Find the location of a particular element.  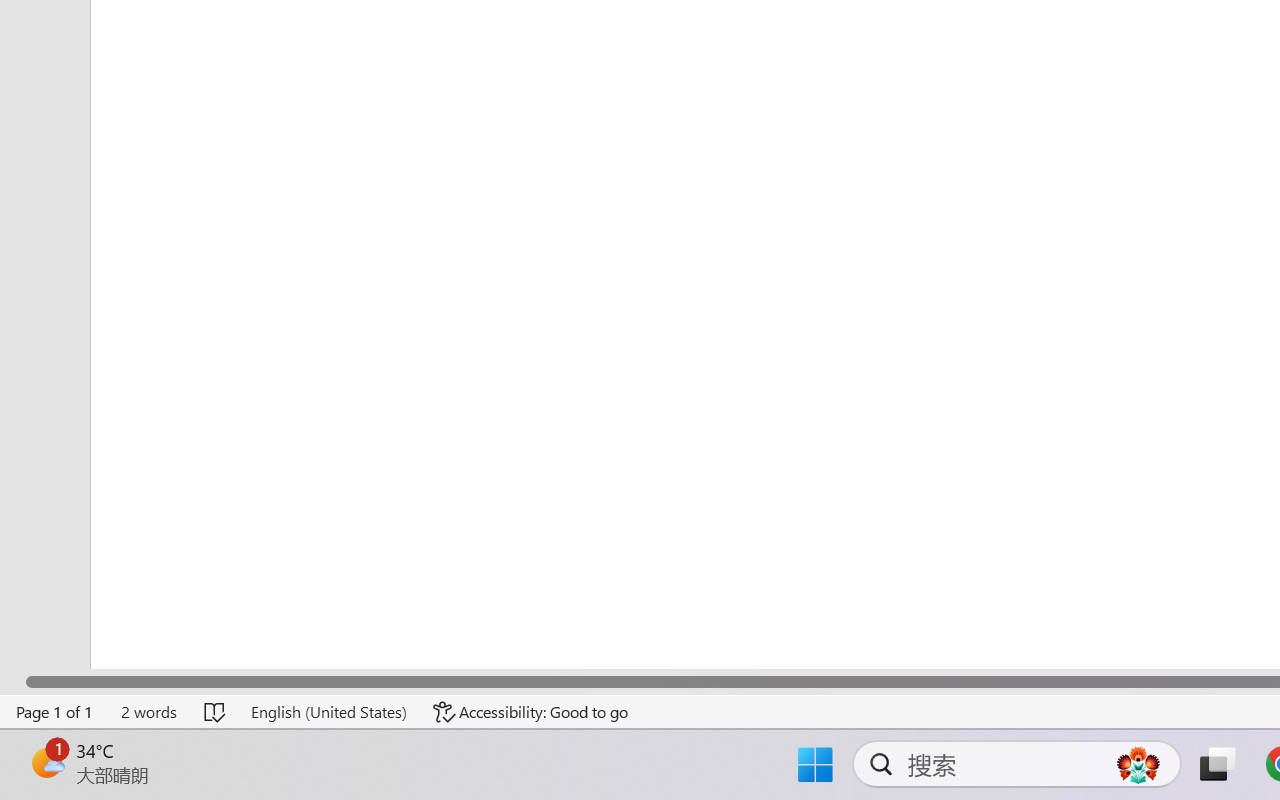

'Accessibility Checker Accessibility: Good to go' is located at coordinates (531, 711).